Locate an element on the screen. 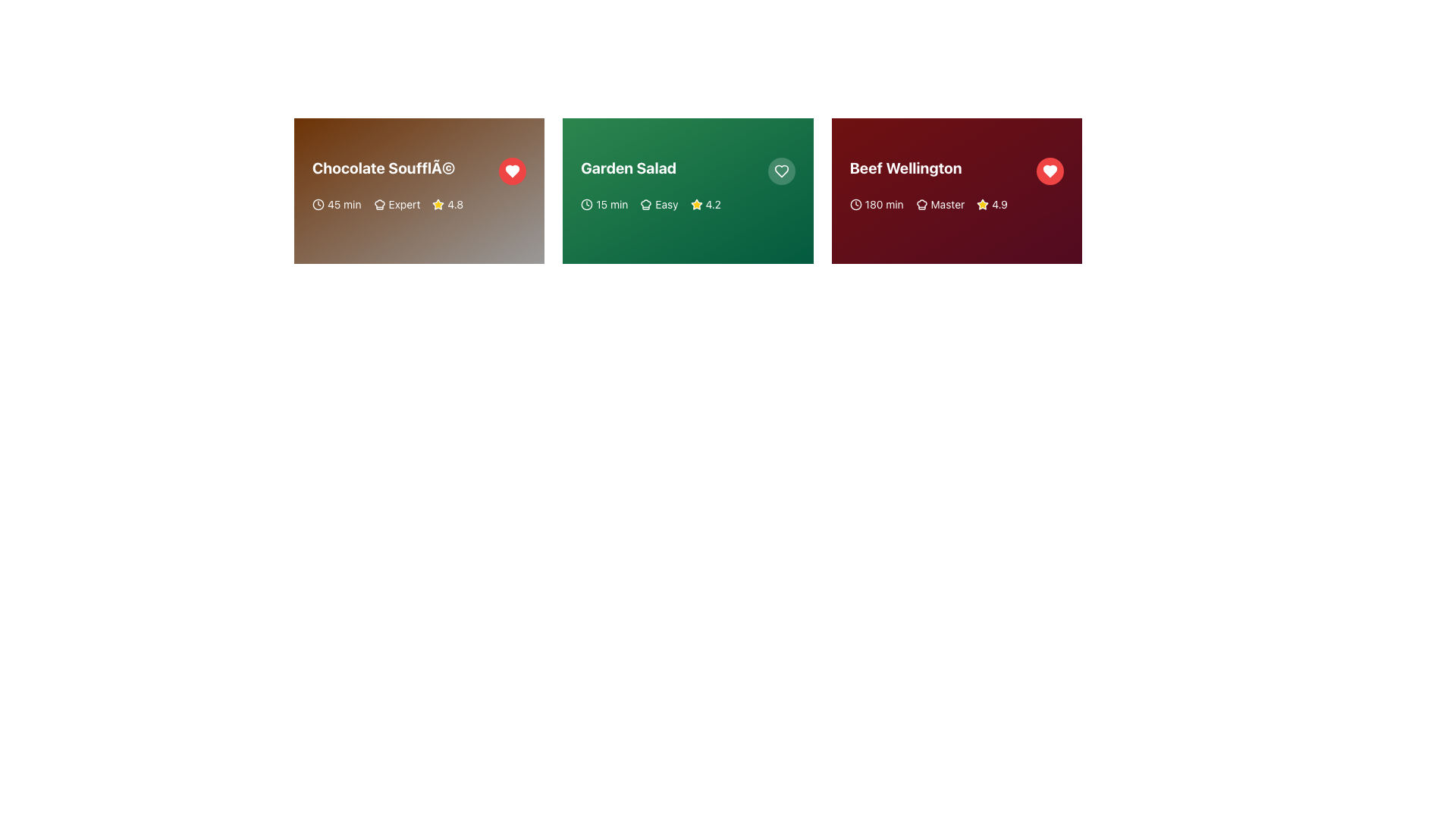 This screenshot has height=819, width=1456. the heart icon representing the 'like' action for the recipe 'Chocolate Soufflé' located in the top-right corner of the recipe card is located at coordinates (513, 171).